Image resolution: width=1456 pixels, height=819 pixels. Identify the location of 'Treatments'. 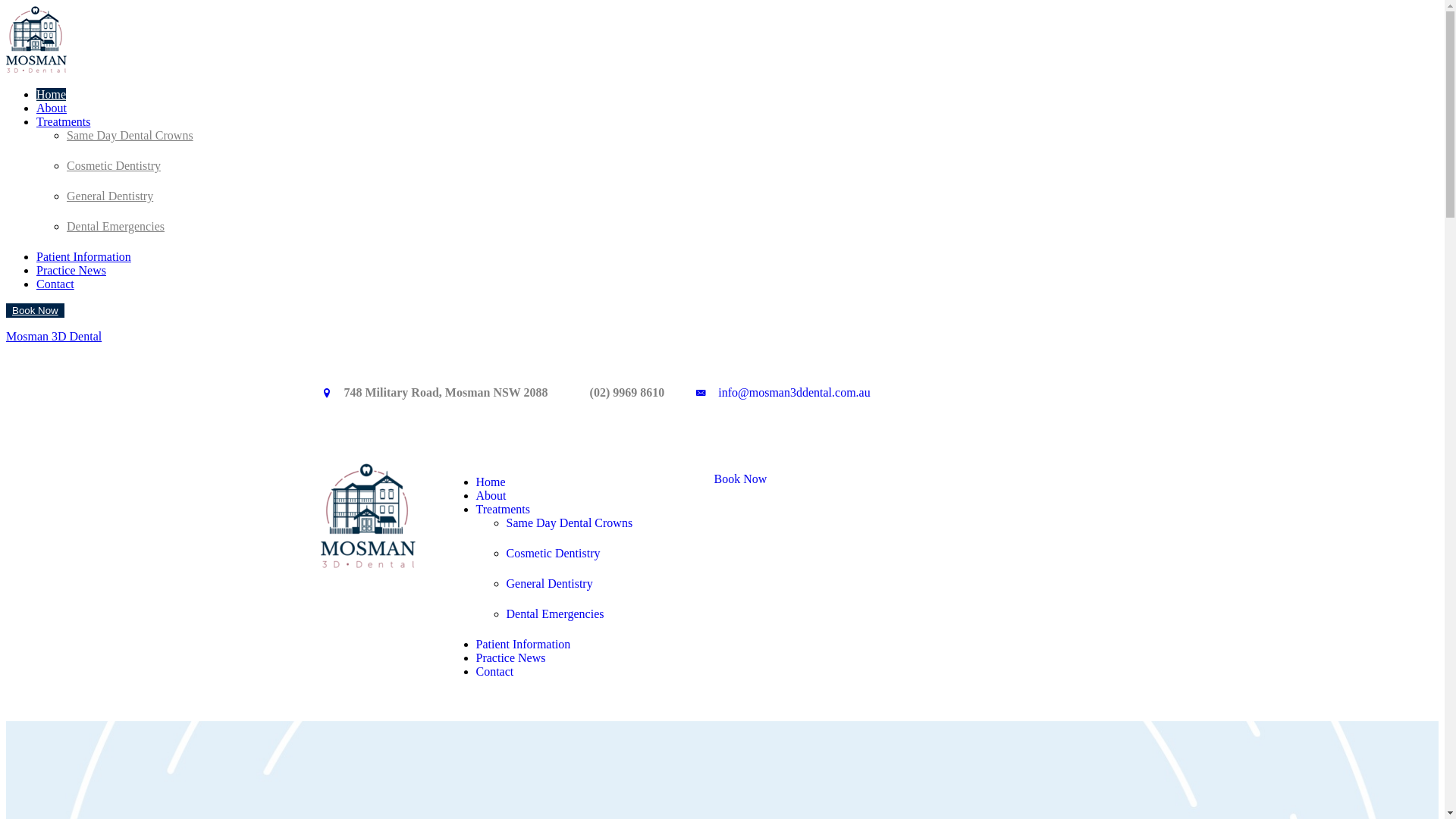
(503, 509).